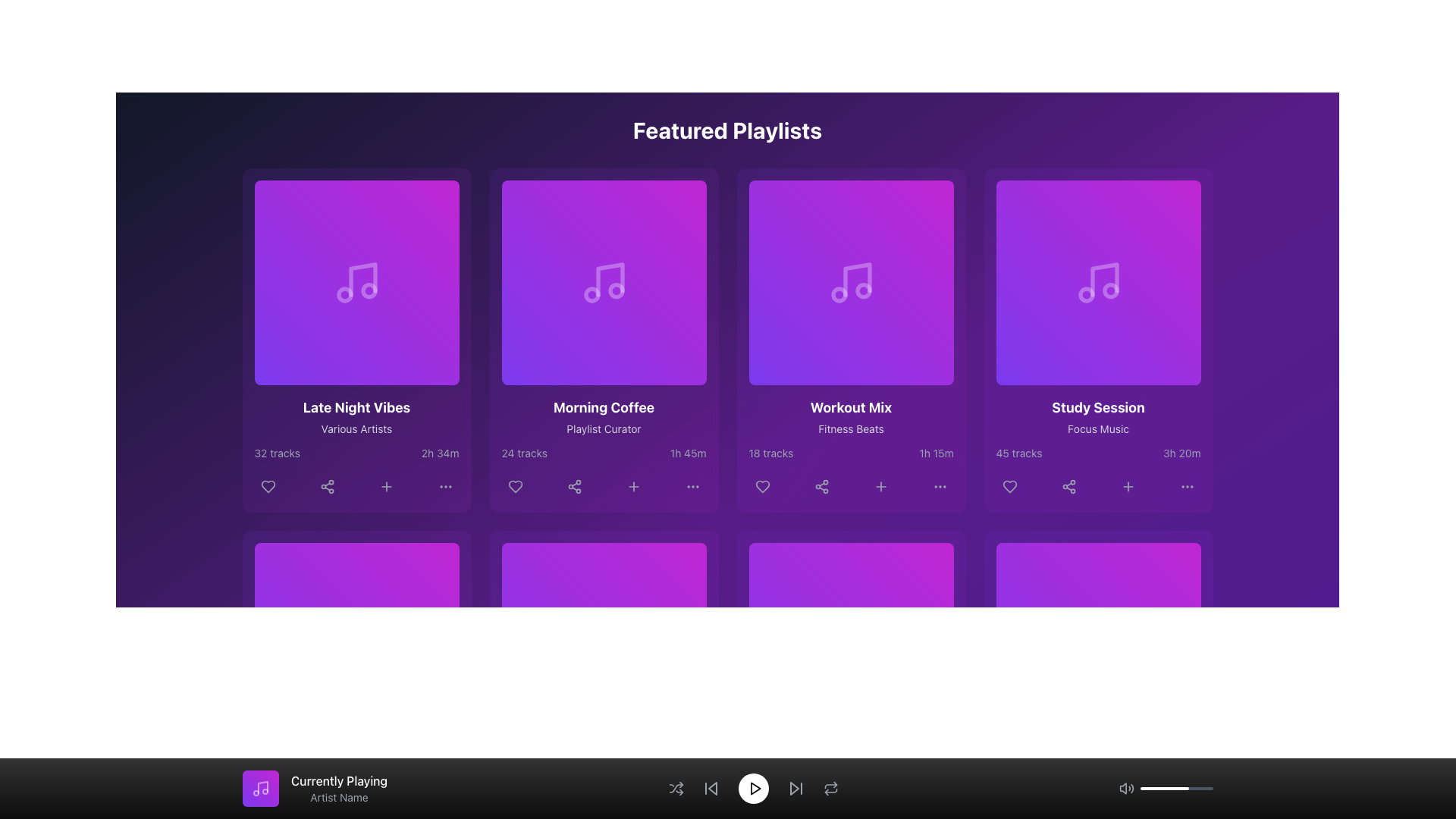 The height and width of the screenshot is (819, 1456). I want to click on the circular button with a plus icon located beneath the 'Late Night Vibes' playlist, so click(386, 486).